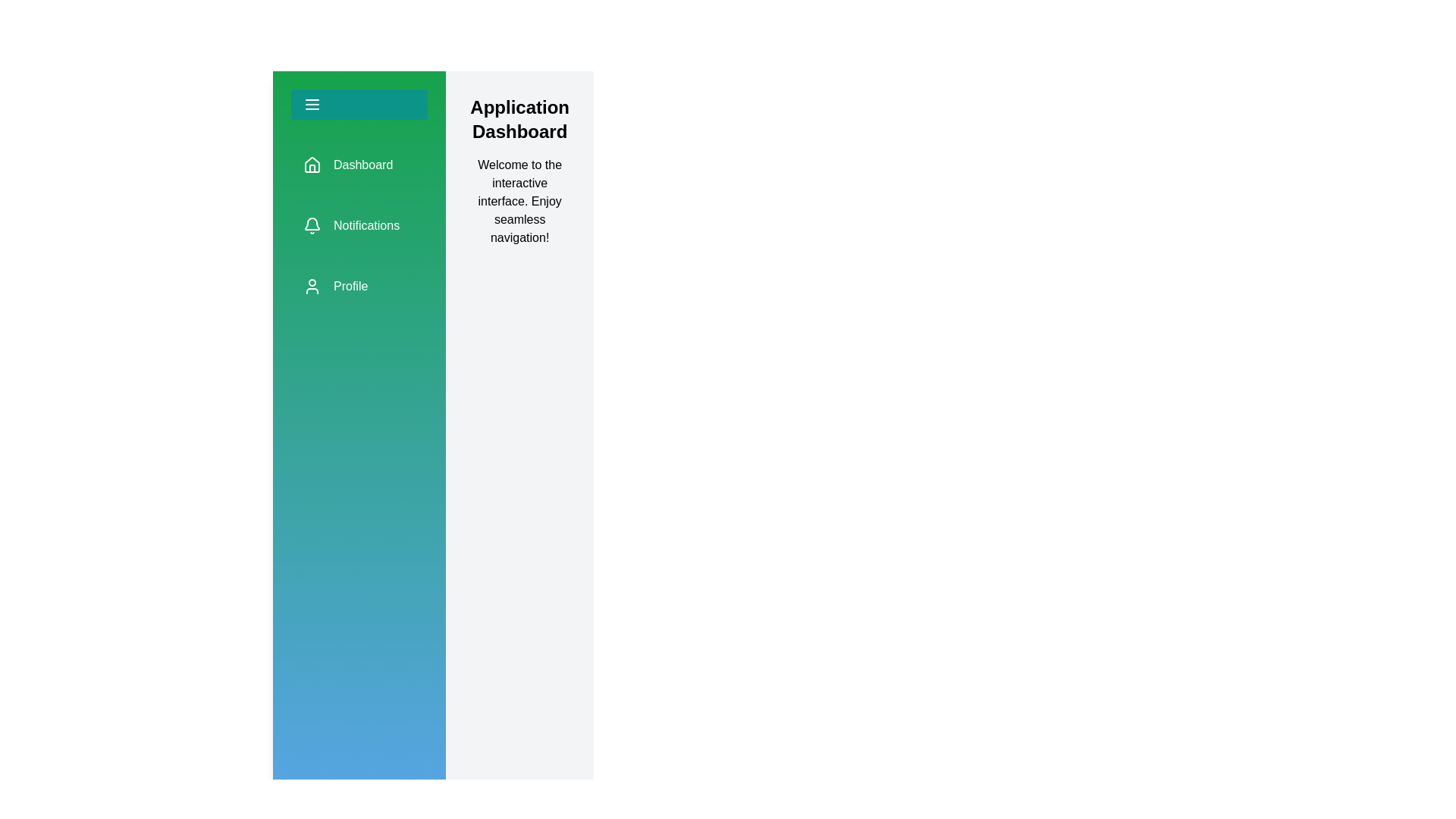  What do you see at coordinates (359, 287) in the screenshot?
I see `the 'Profile' navigation item in the sidebar` at bounding box center [359, 287].